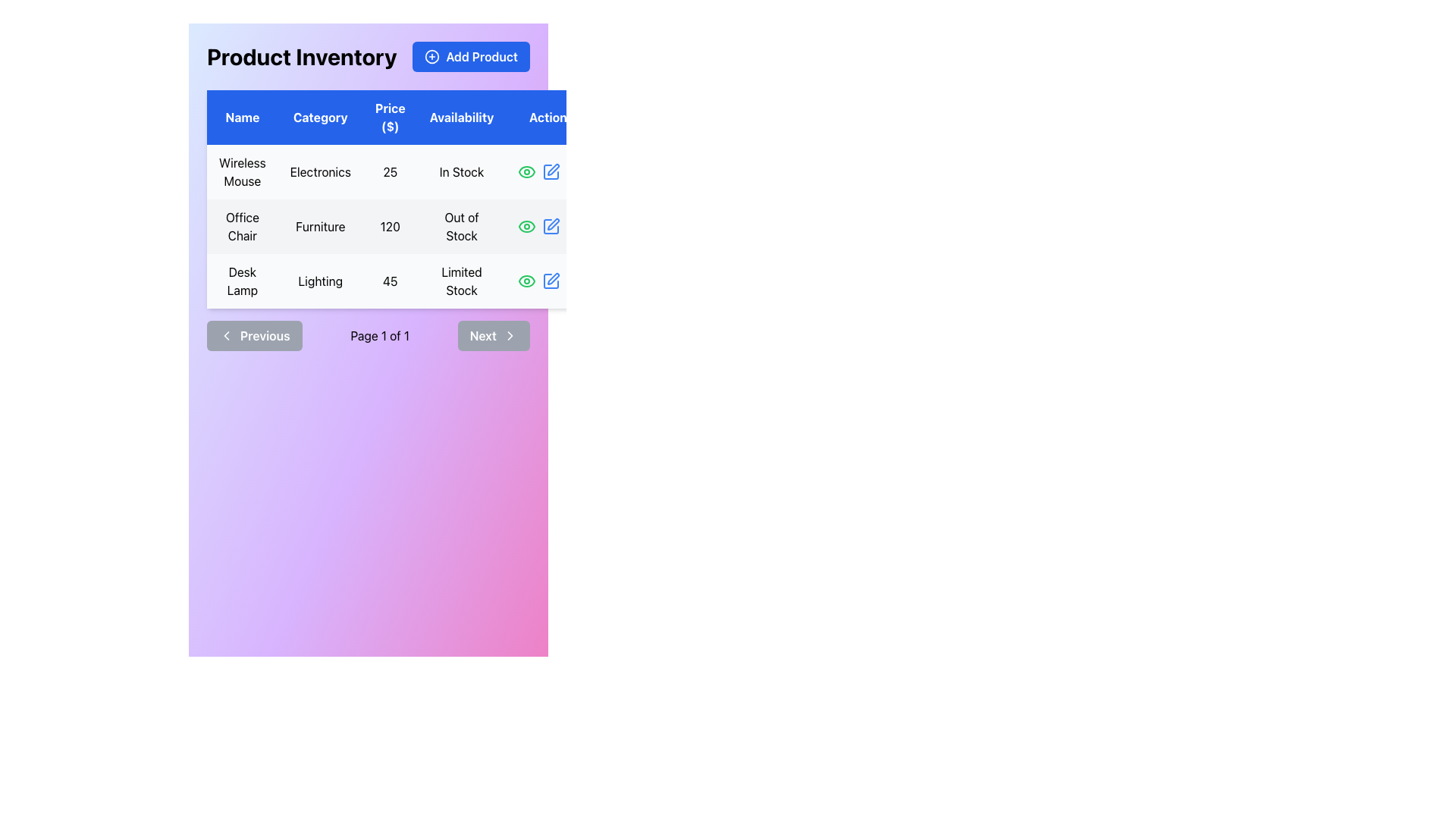 The height and width of the screenshot is (819, 1456). I want to click on the icon located in the 'Add Product' button, positioned towards the top-right corner, so click(431, 55).